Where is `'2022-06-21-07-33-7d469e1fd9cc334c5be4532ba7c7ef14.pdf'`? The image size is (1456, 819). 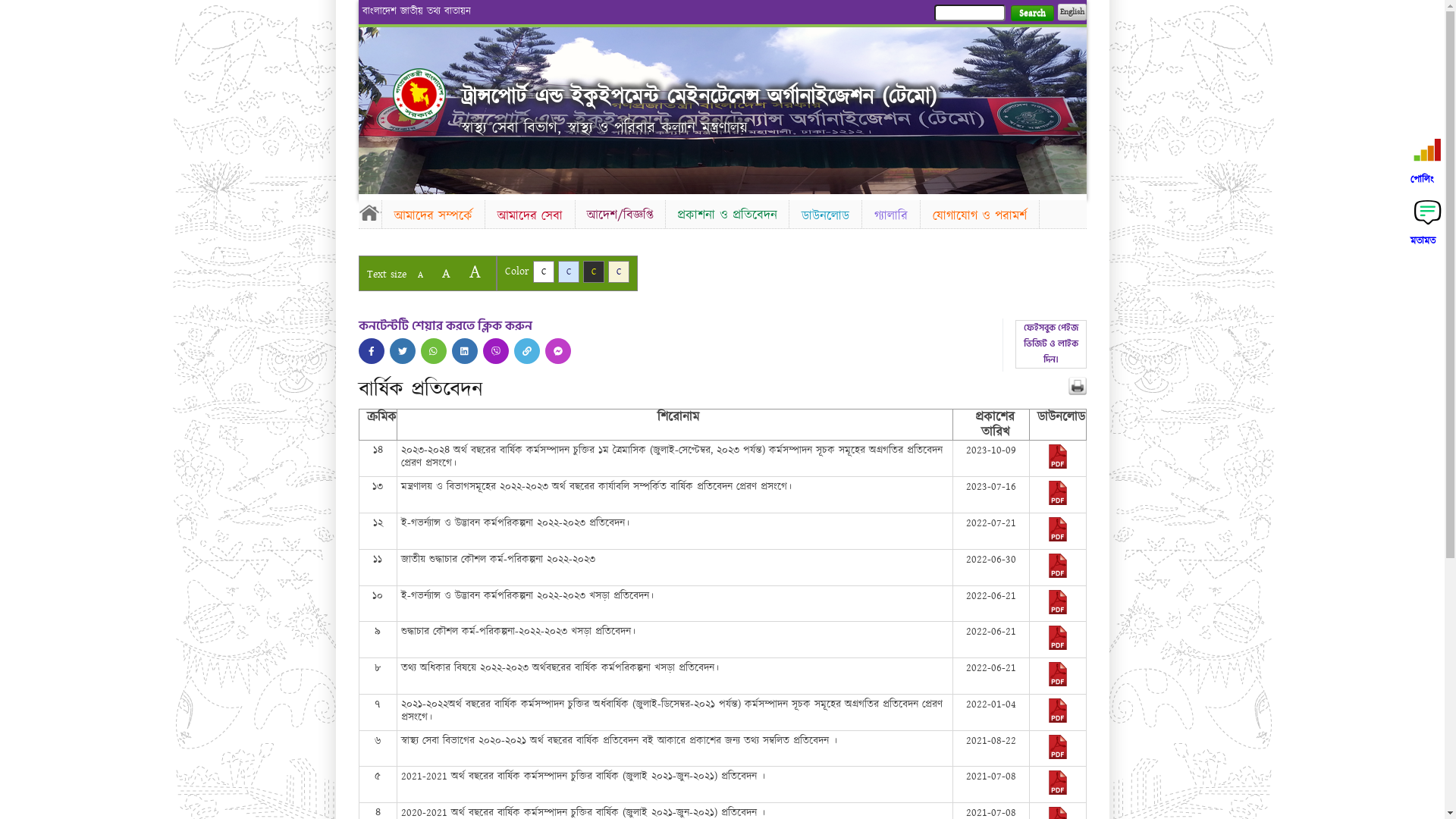
'2022-06-21-07-33-7d469e1fd9cc334c5be4532ba7c7ef14.pdf' is located at coordinates (1044, 610).